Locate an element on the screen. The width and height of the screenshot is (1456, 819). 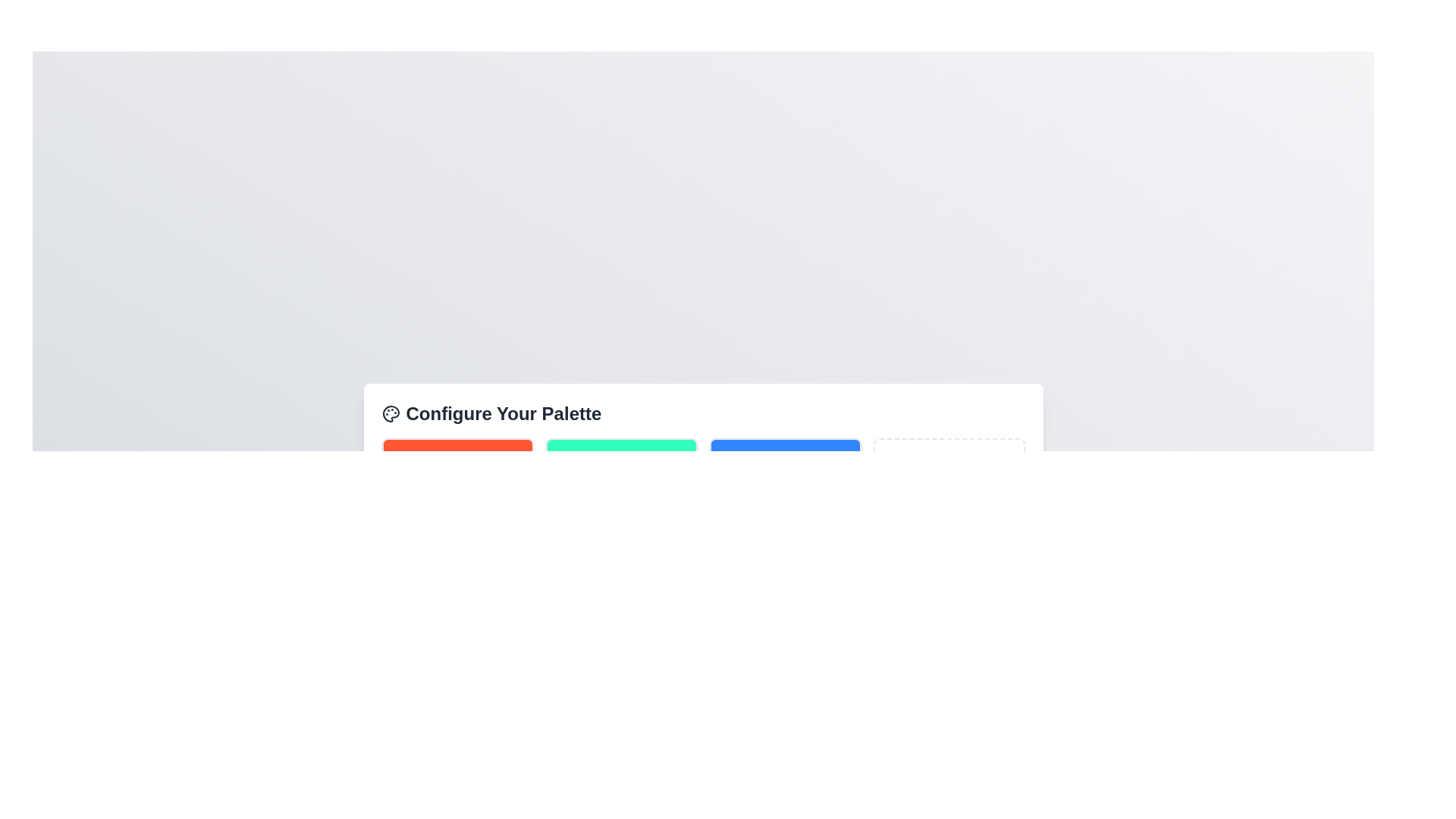
the blue rectangular button with rounded corners, which is the third item in a horizontal grid layout is located at coordinates (785, 461).